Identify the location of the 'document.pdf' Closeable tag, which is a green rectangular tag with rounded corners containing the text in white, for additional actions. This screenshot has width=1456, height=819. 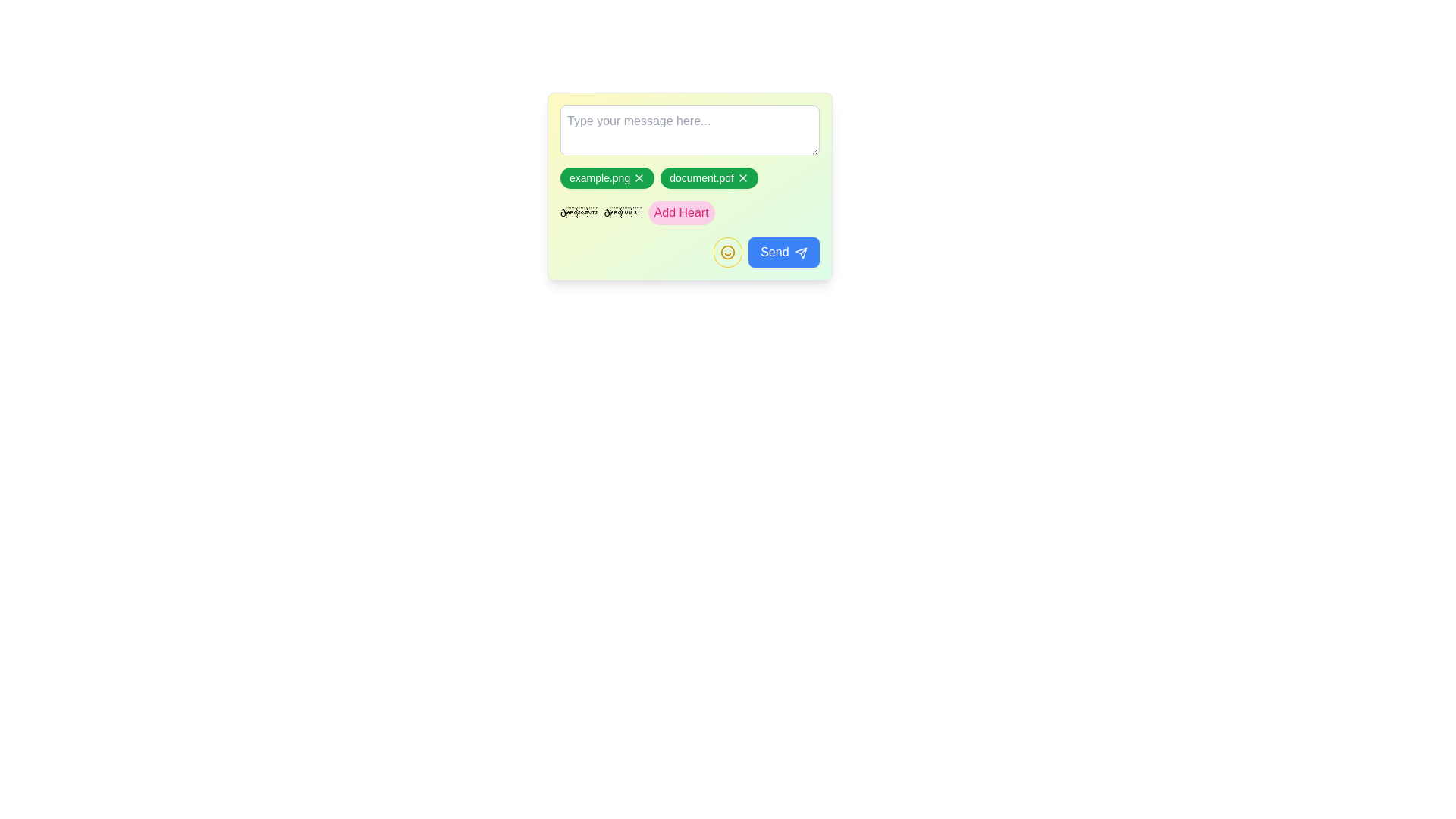
(689, 186).